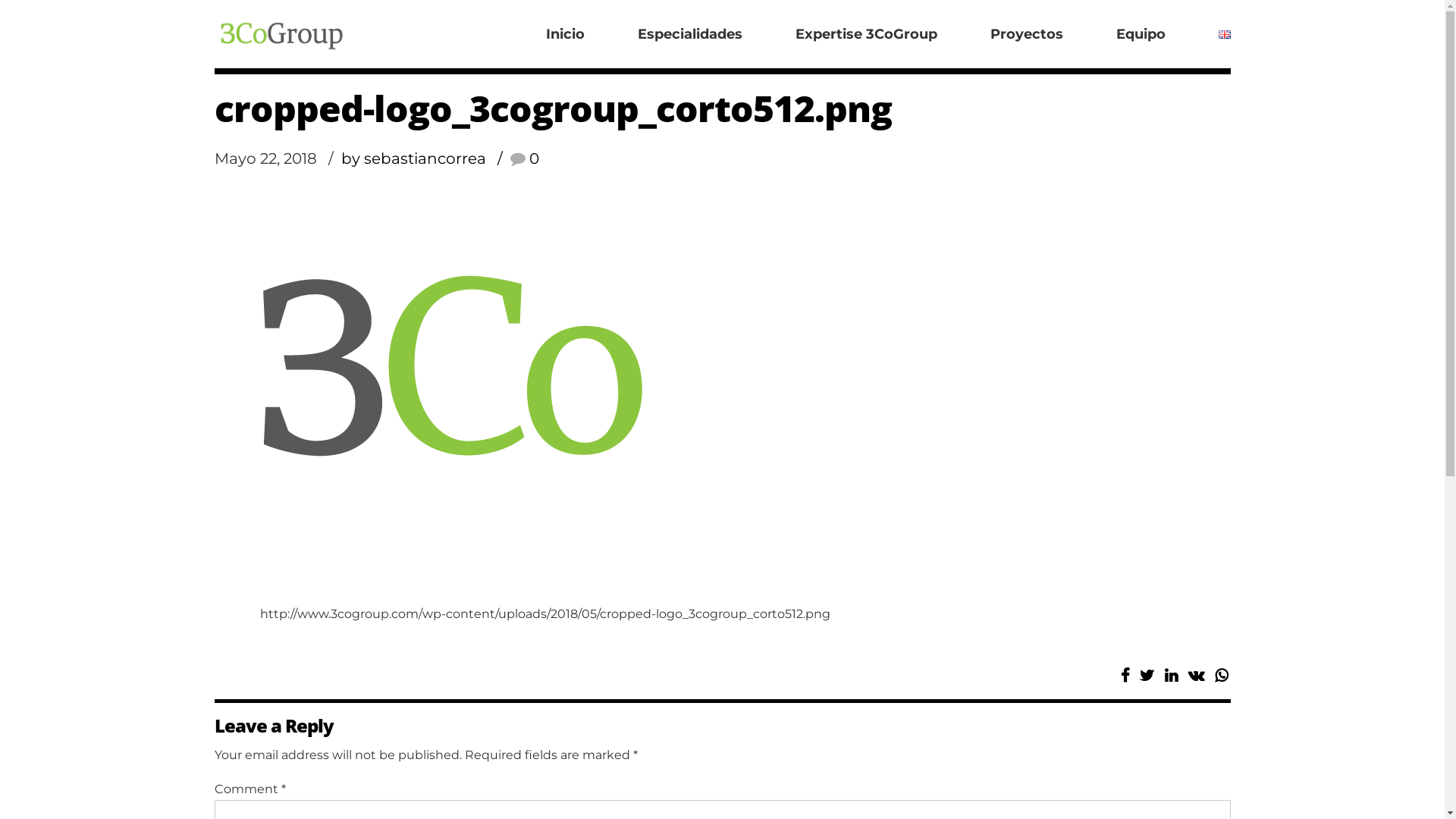  What do you see at coordinates (688, 34) in the screenshot?
I see `'Especialidades'` at bounding box center [688, 34].